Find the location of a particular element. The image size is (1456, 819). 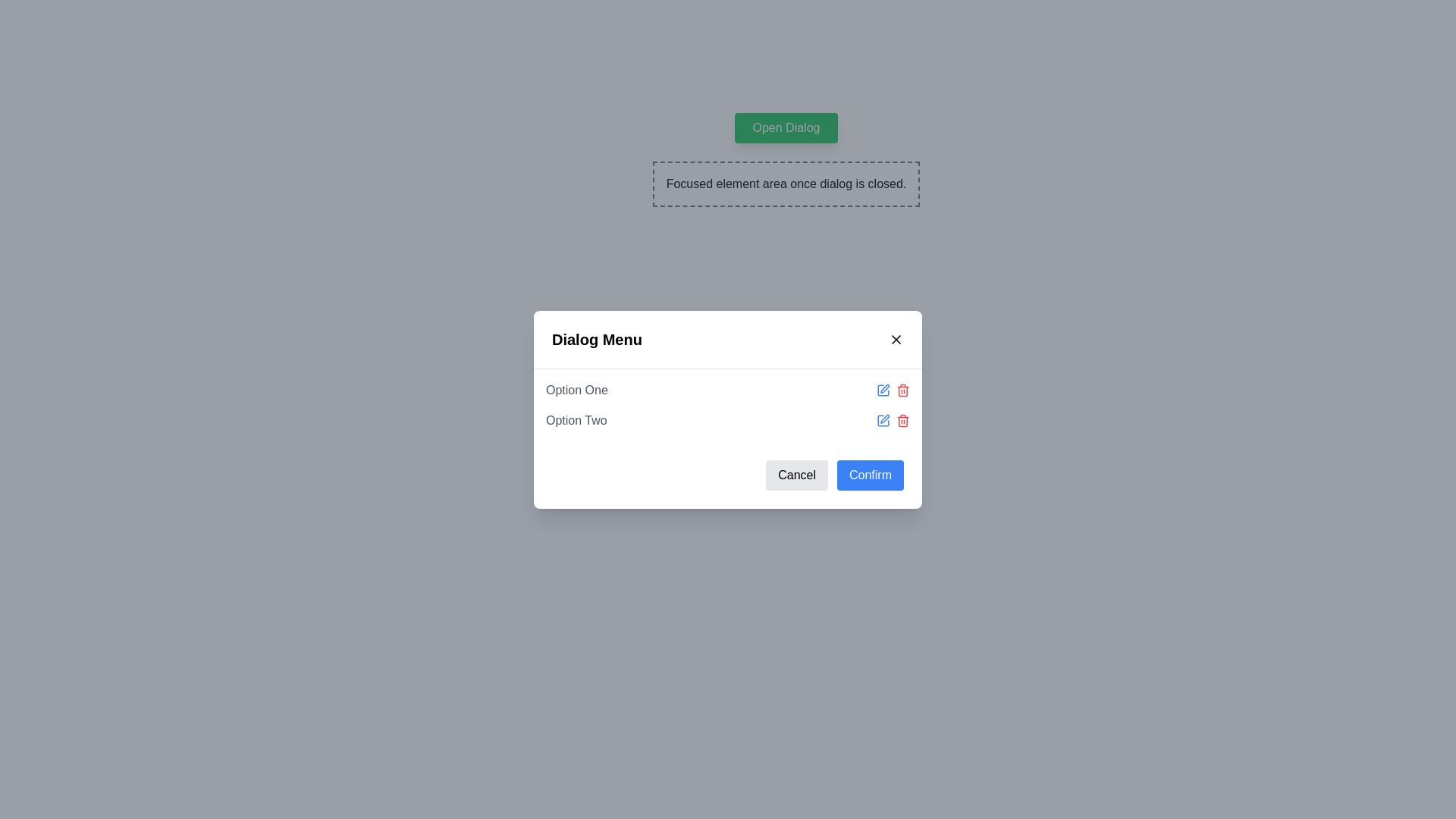

the red trash icon button located to the right of 'Option Two' in the dialog menu for additional interactions is located at coordinates (902, 420).